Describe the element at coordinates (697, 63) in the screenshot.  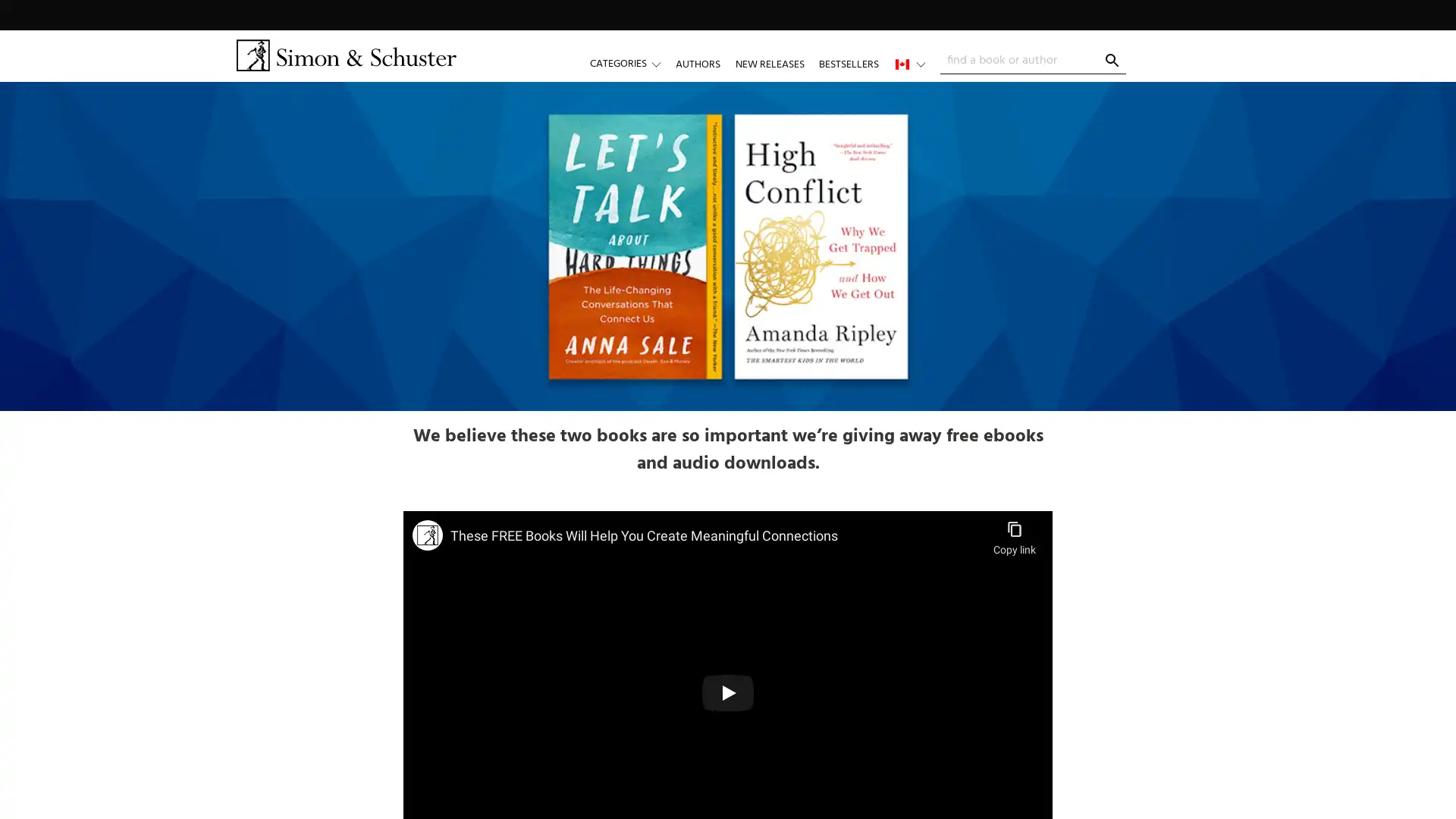
I see `AUTHORS` at that location.